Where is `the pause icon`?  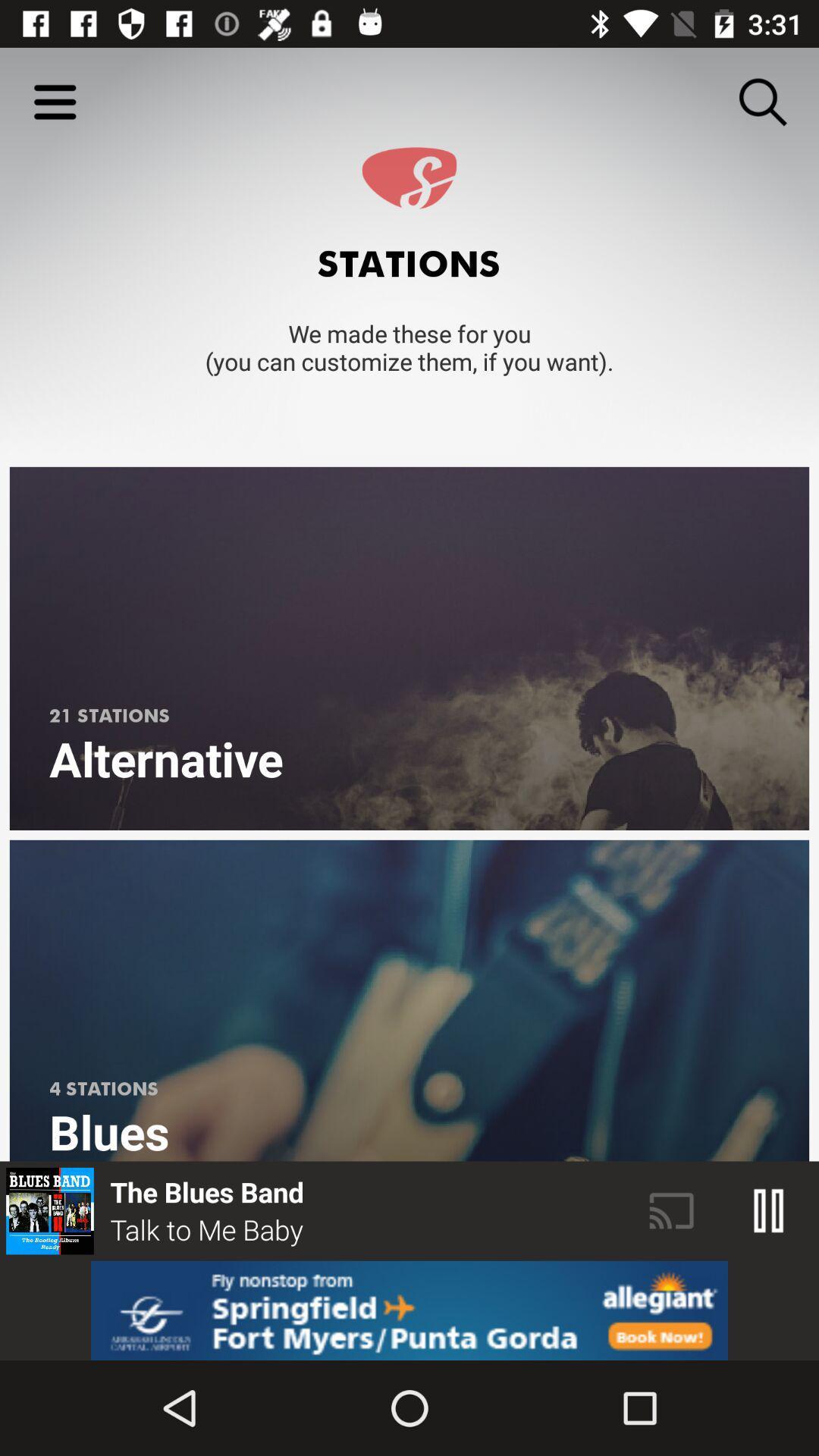 the pause icon is located at coordinates (769, 1210).